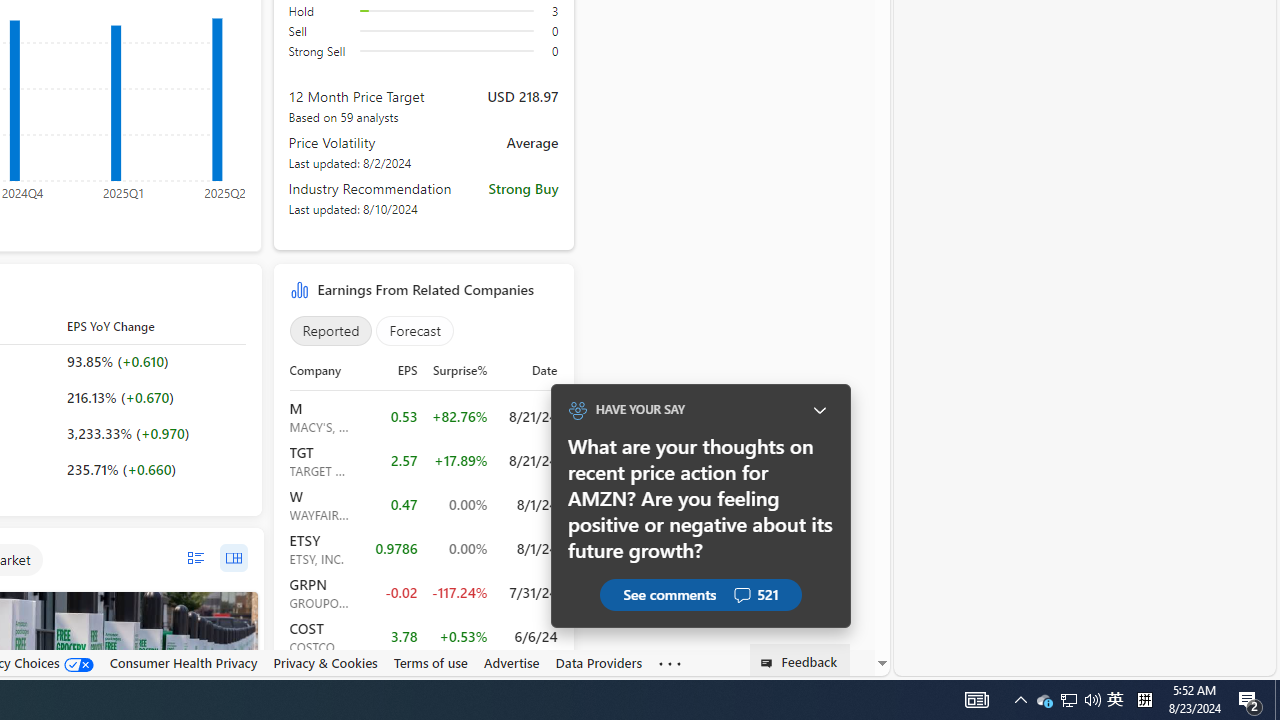 This screenshot has width=1280, height=720. I want to click on 'Reported', so click(330, 330).